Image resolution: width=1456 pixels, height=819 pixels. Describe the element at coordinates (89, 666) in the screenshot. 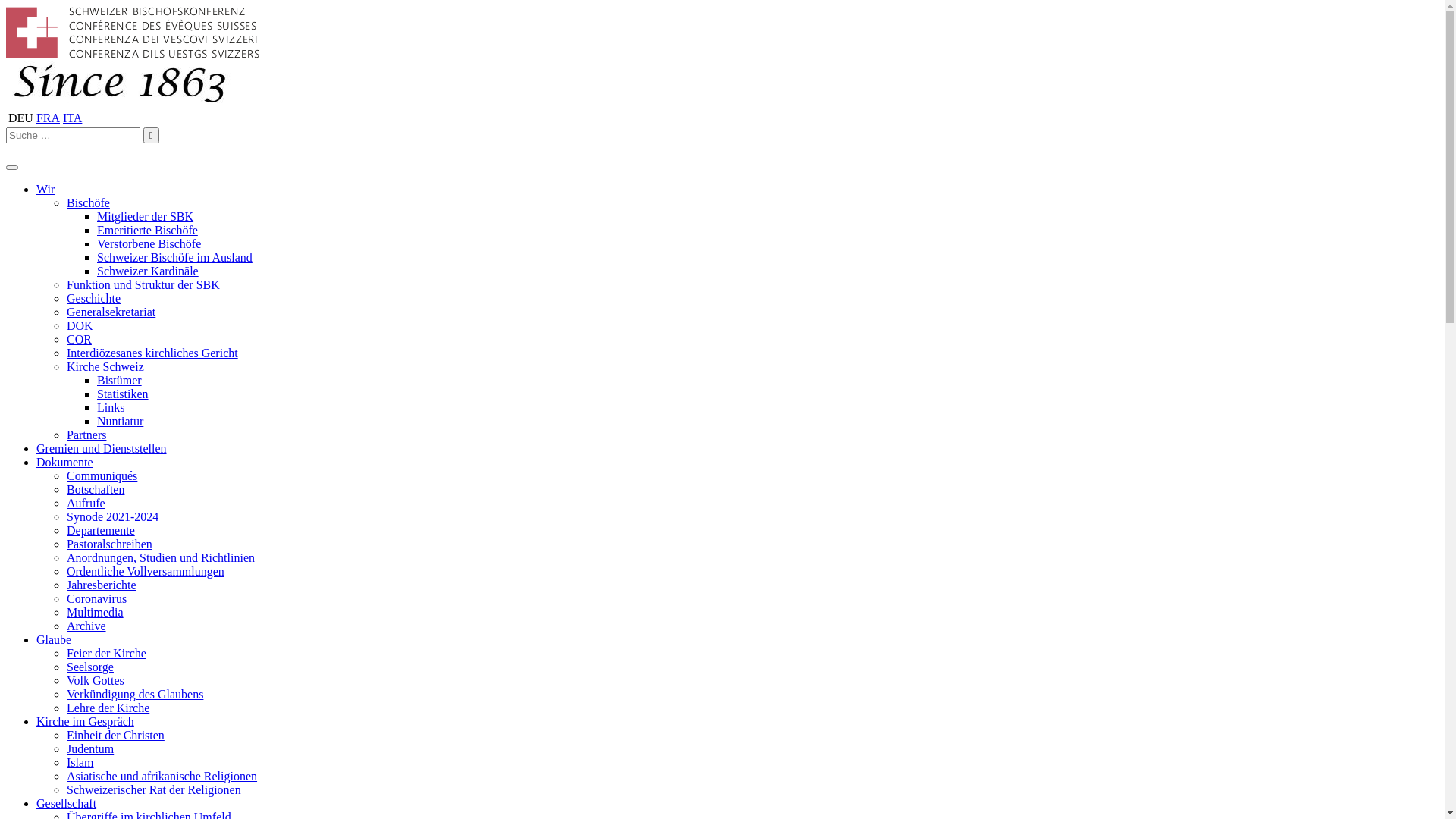

I see `'Seelsorge'` at that location.